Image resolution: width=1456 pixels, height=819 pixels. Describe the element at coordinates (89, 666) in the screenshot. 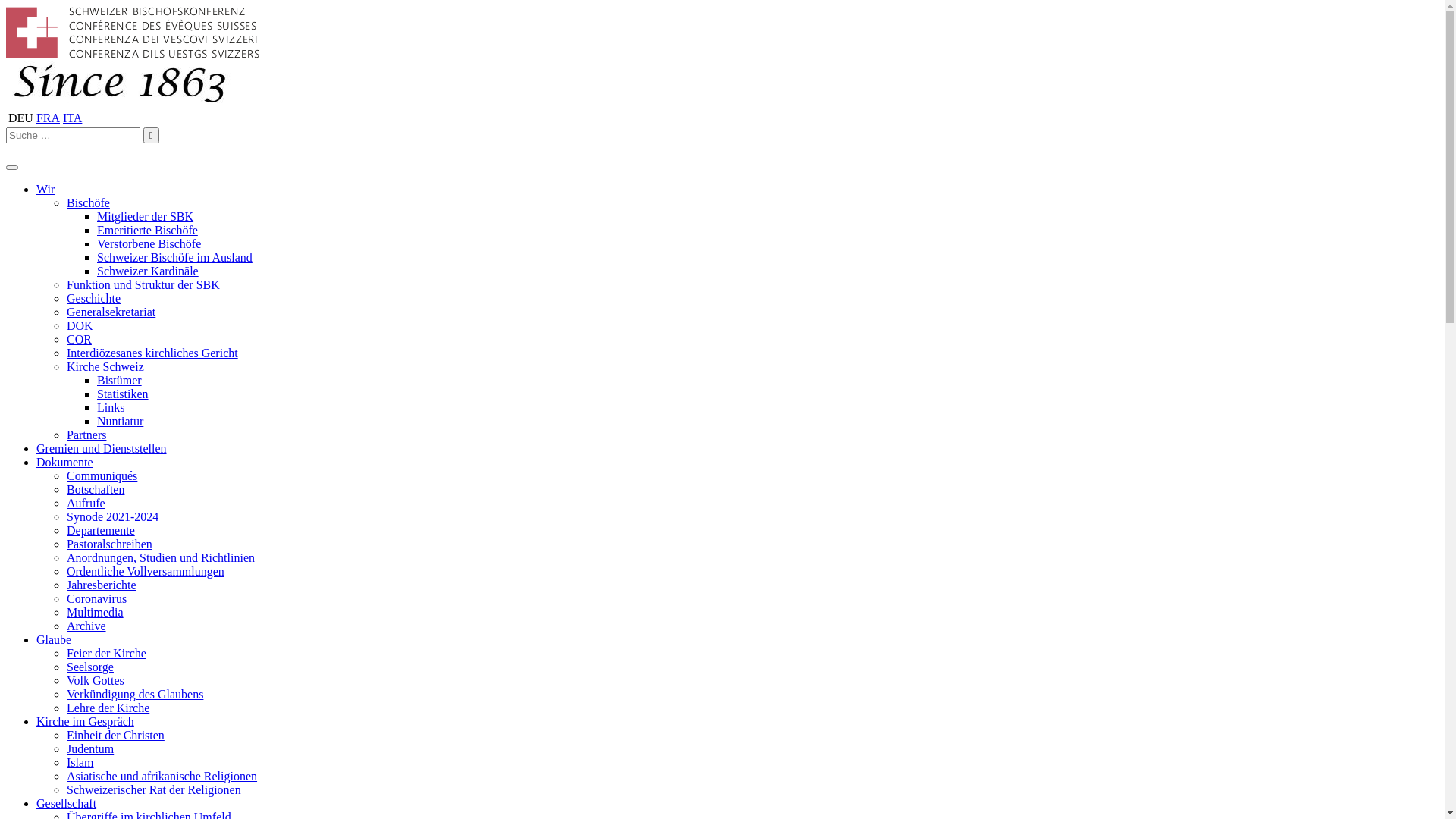

I see `'Seelsorge'` at that location.